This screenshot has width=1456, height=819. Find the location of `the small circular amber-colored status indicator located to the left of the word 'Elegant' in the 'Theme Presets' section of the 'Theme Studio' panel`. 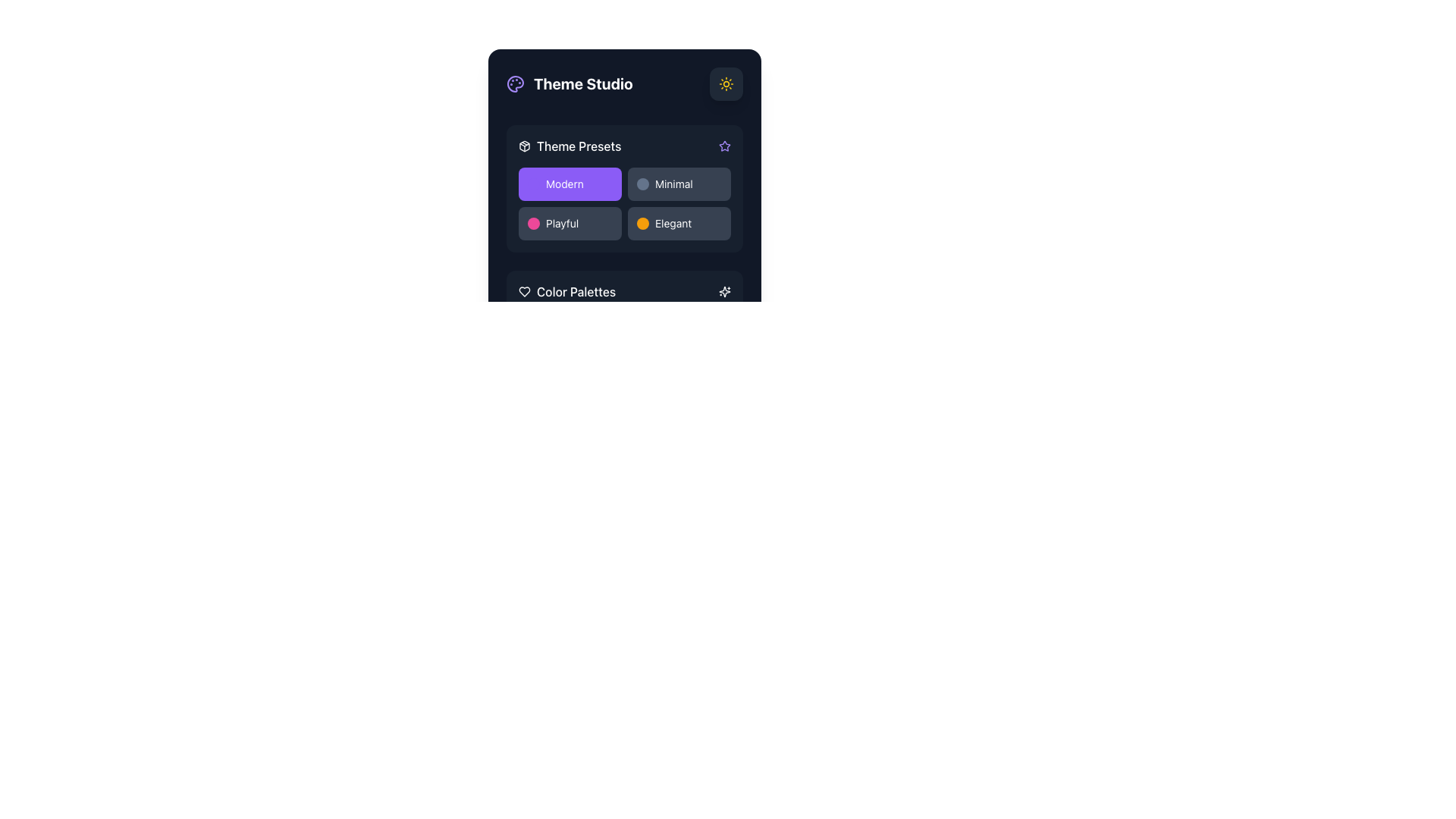

the small circular amber-colored status indicator located to the left of the word 'Elegant' in the 'Theme Presets' section of the 'Theme Studio' panel is located at coordinates (643, 223).